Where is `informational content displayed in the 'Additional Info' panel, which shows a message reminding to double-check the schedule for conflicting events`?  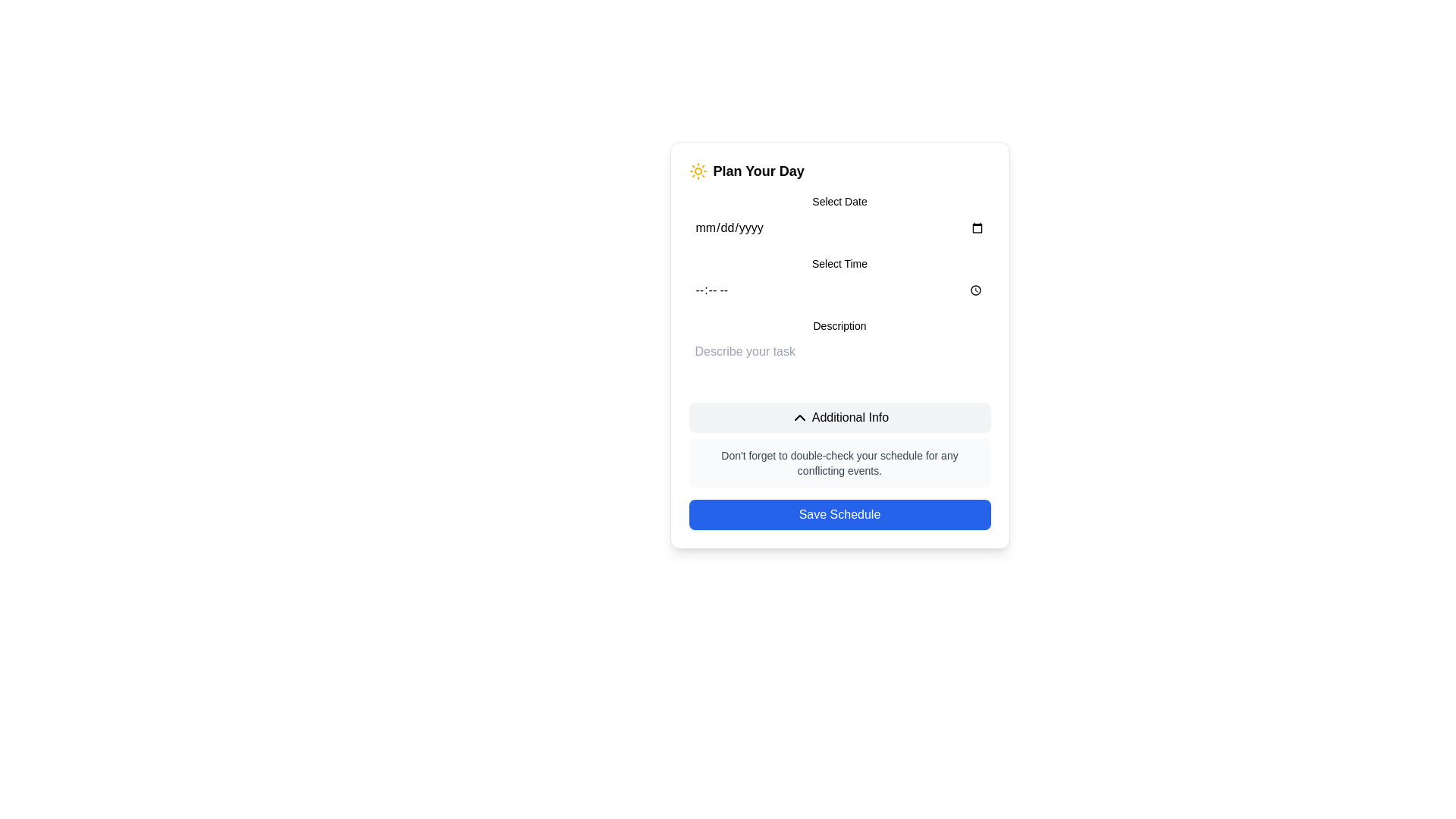 informational content displayed in the 'Additional Info' panel, which shows a message reminding to double-check the schedule for conflicting events is located at coordinates (839, 444).